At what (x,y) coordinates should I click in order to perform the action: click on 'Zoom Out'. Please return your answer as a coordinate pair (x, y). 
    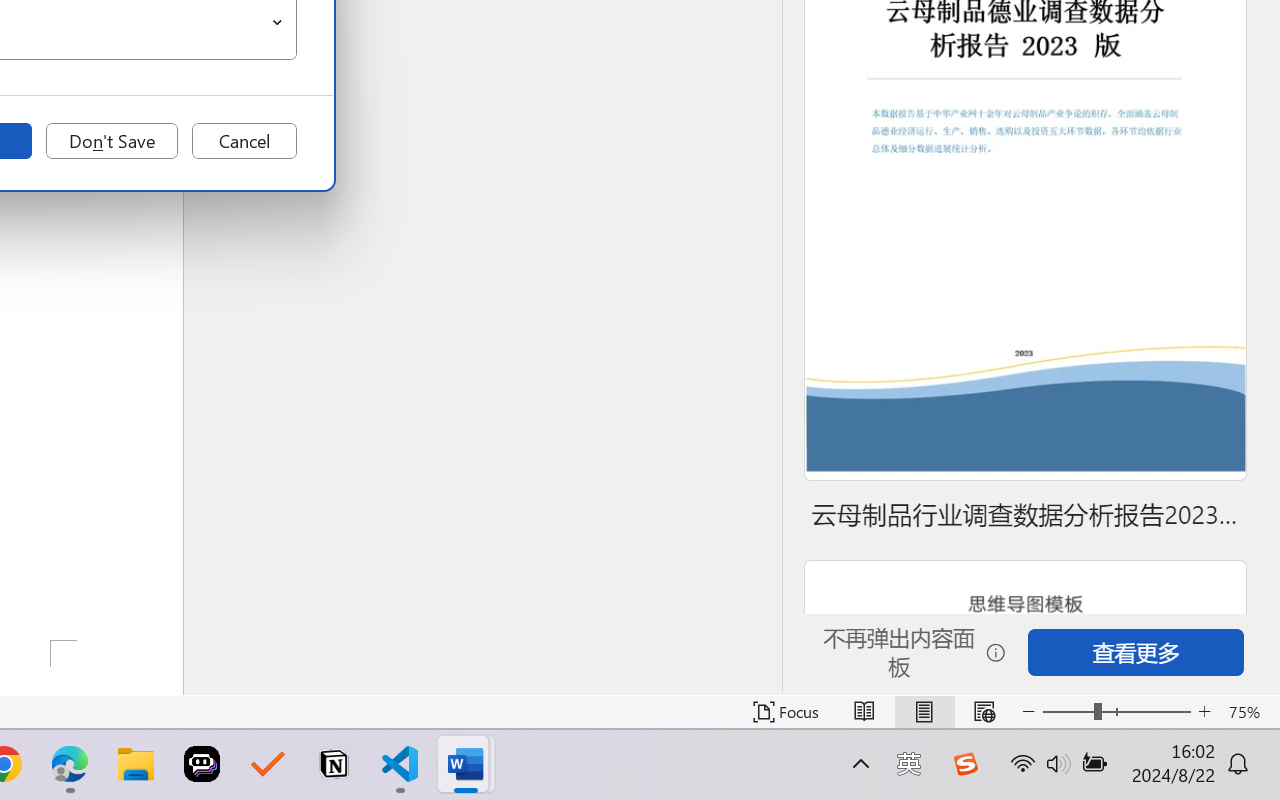
    Looking at the image, I should click on (1067, 711).